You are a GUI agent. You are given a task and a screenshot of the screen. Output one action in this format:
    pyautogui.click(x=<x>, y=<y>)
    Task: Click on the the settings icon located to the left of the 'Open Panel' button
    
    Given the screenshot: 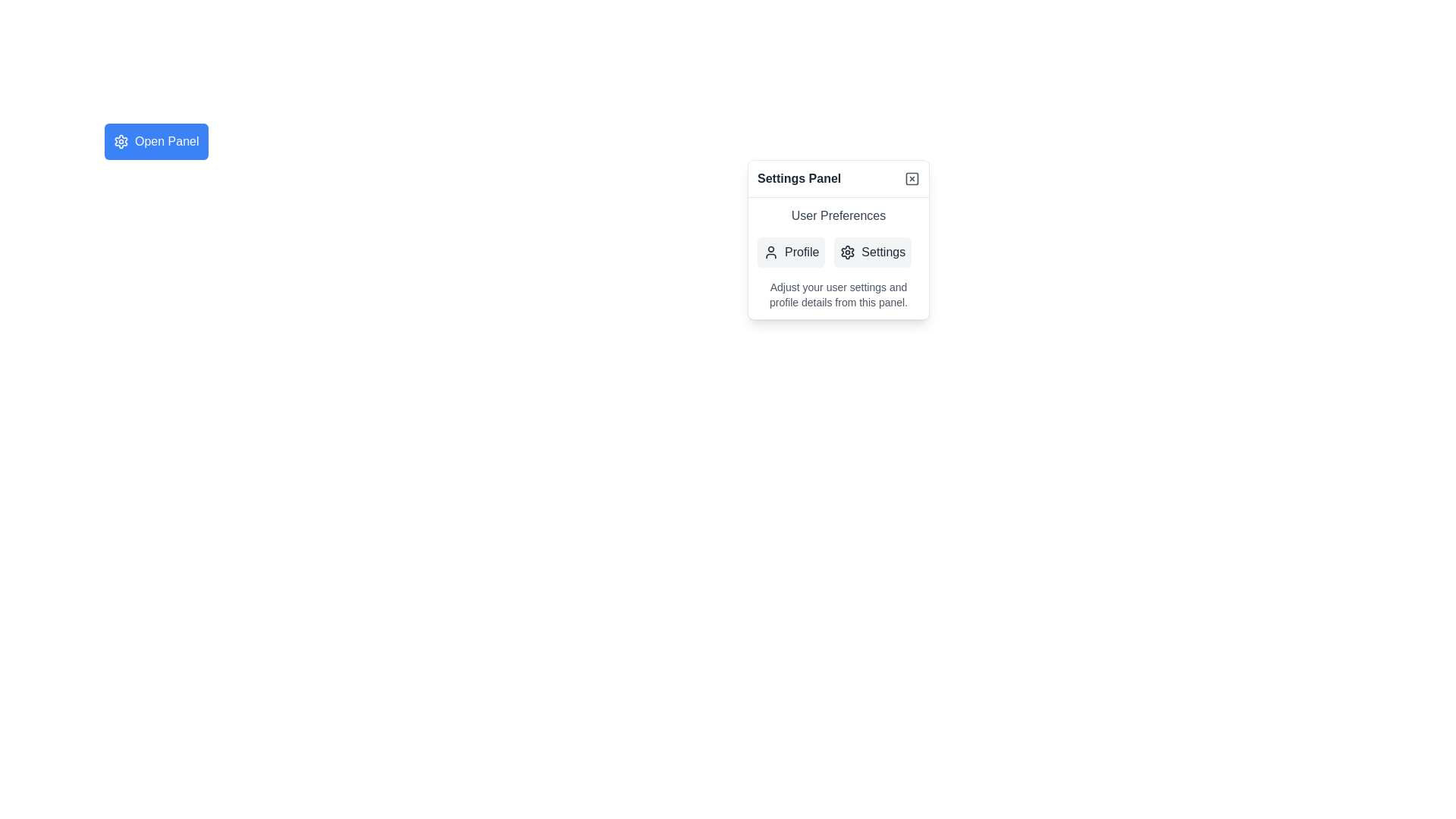 What is the action you would take?
    pyautogui.click(x=120, y=141)
    